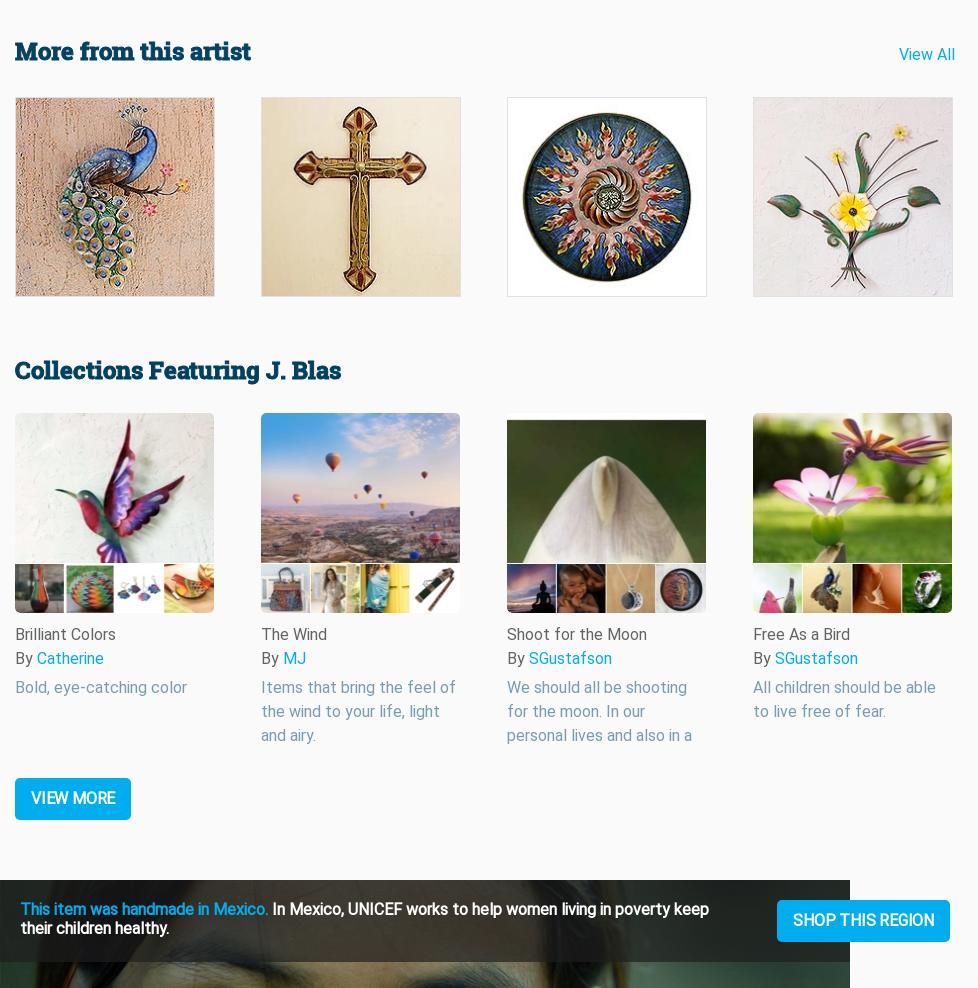 Image resolution: width=978 pixels, height=988 pixels. Describe the element at coordinates (800, 633) in the screenshot. I see `'Free As a Bird'` at that location.